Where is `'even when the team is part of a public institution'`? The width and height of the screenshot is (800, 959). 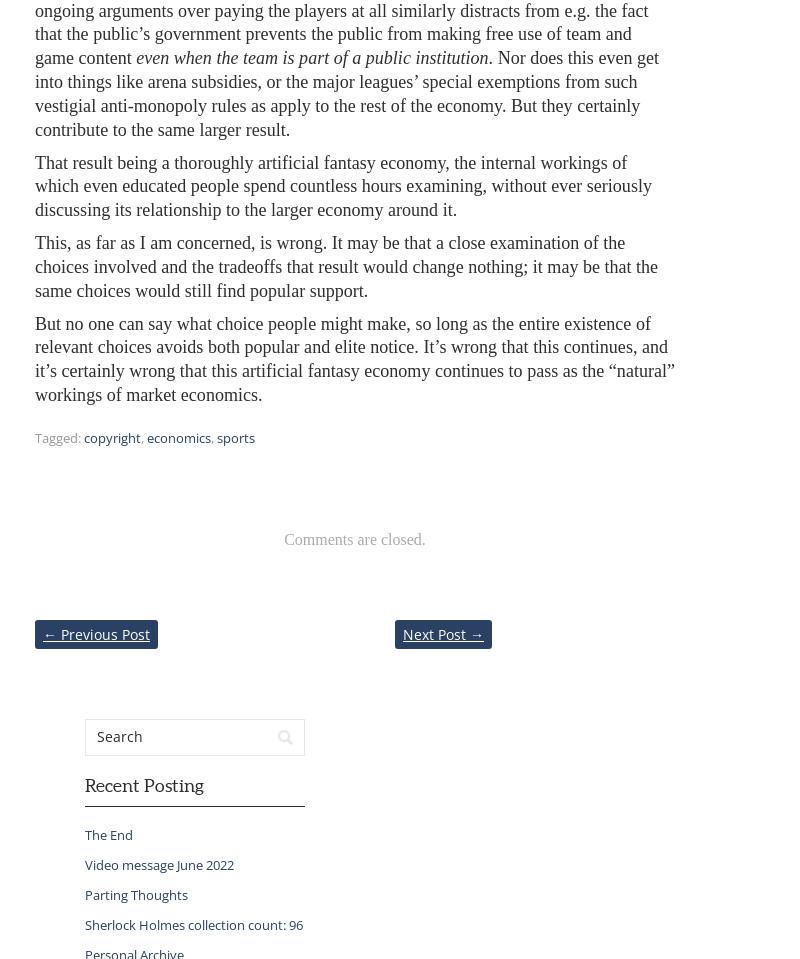 'even when the team is part of a public institution' is located at coordinates (311, 57).